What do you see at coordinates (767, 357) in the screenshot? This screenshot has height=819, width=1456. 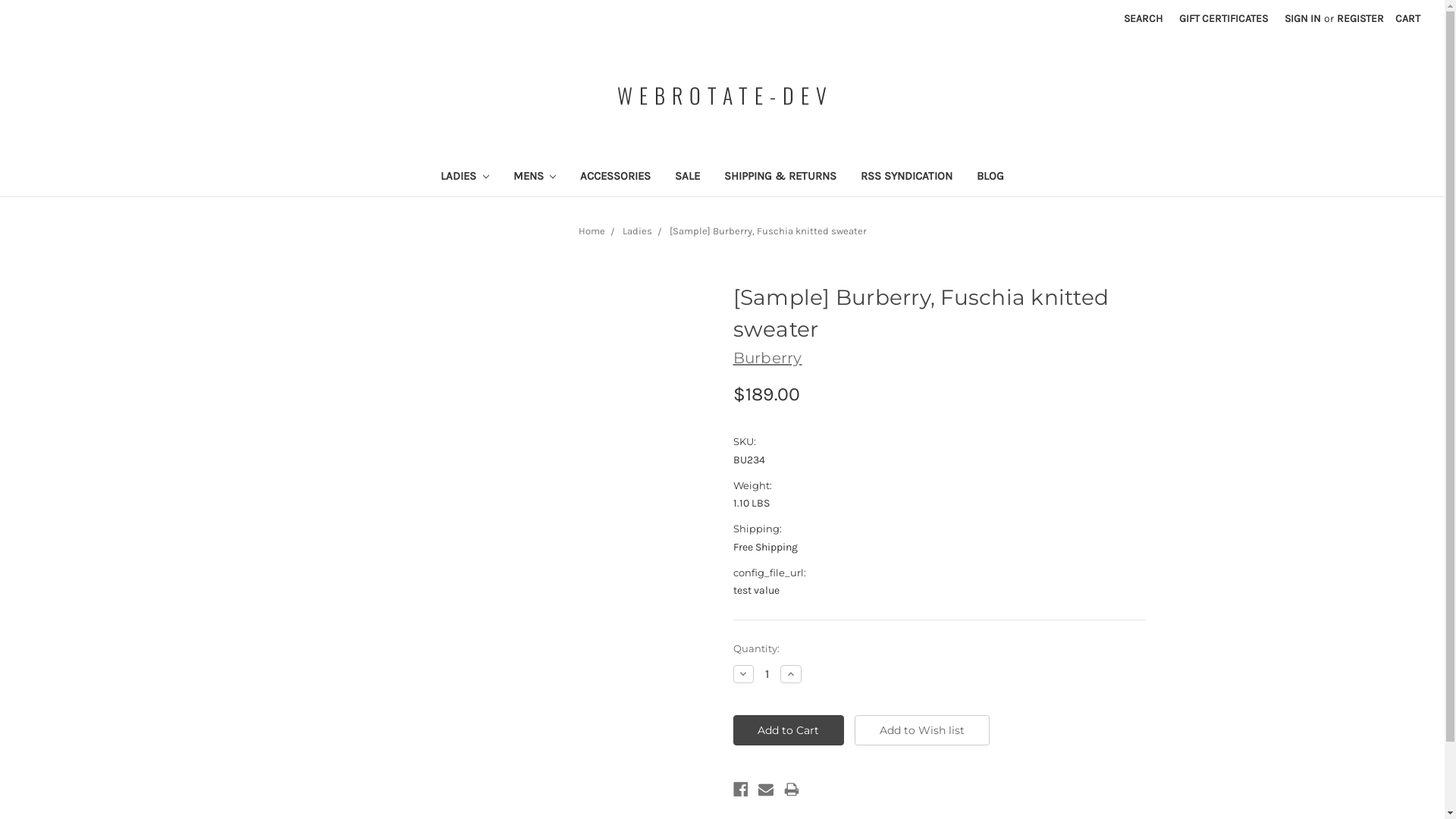 I see `'Burberry'` at bounding box center [767, 357].